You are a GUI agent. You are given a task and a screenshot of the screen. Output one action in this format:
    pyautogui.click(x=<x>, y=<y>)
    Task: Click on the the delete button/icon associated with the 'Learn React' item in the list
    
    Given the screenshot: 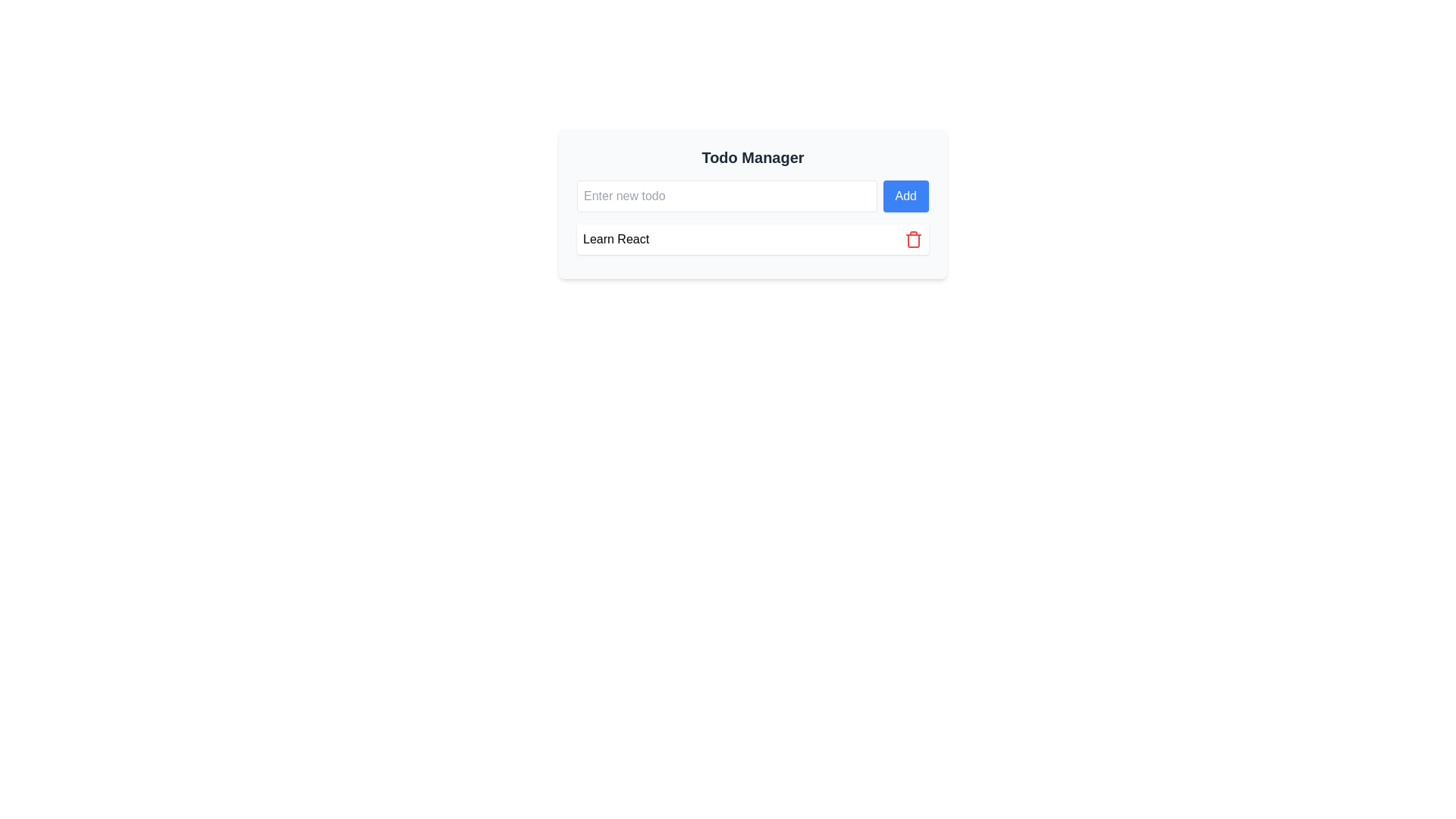 What is the action you would take?
    pyautogui.click(x=912, y=239)
    